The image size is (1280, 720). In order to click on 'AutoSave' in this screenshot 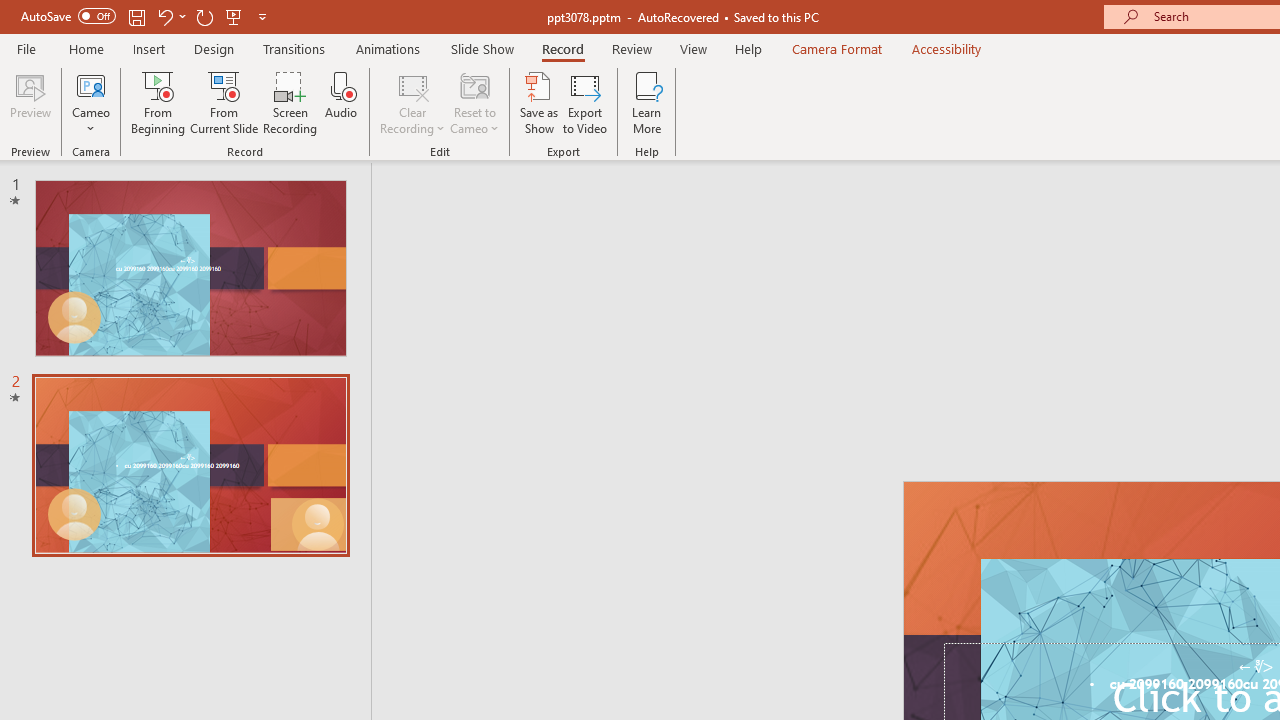, I will do `click(68, 16)`.